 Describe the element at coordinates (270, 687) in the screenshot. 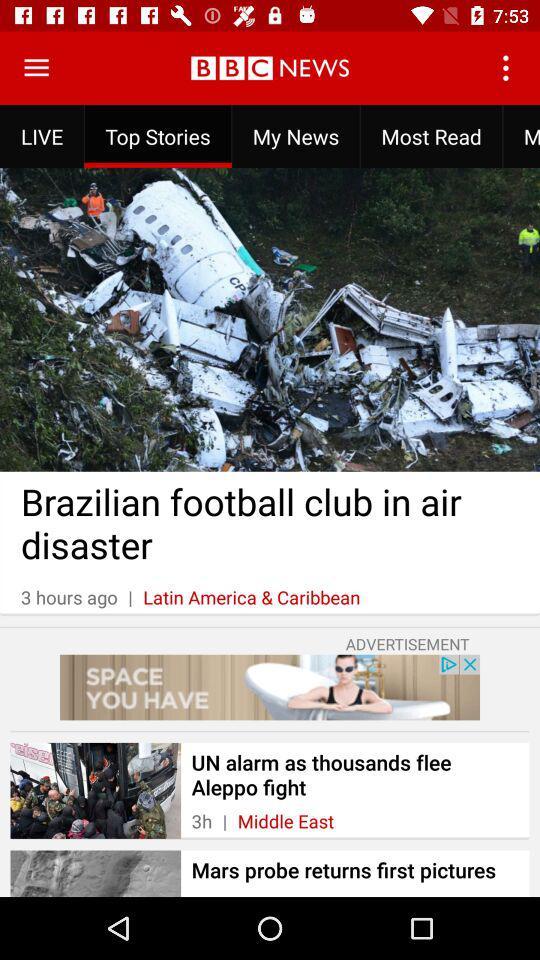

I see `open advertisement` at that location.